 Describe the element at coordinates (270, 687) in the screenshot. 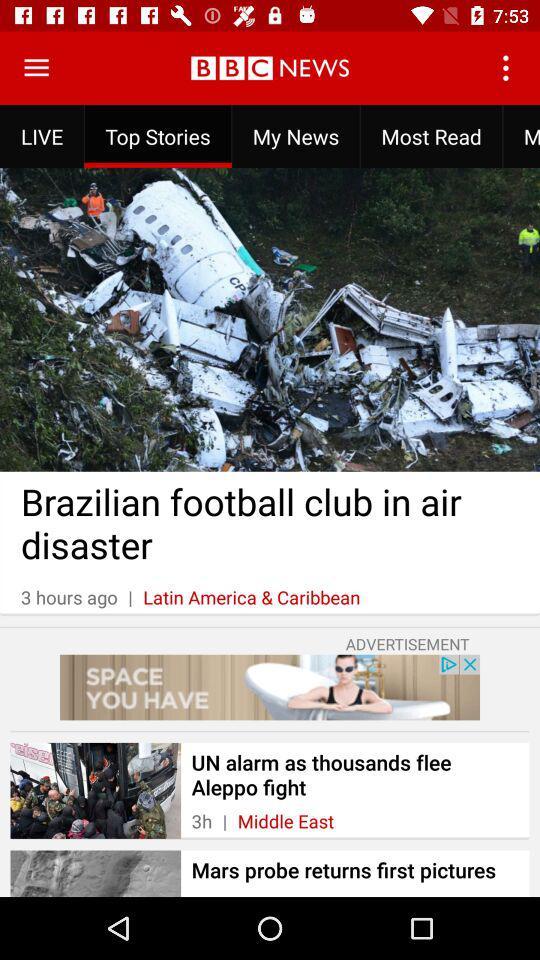

I see `open advertisement` at that location.